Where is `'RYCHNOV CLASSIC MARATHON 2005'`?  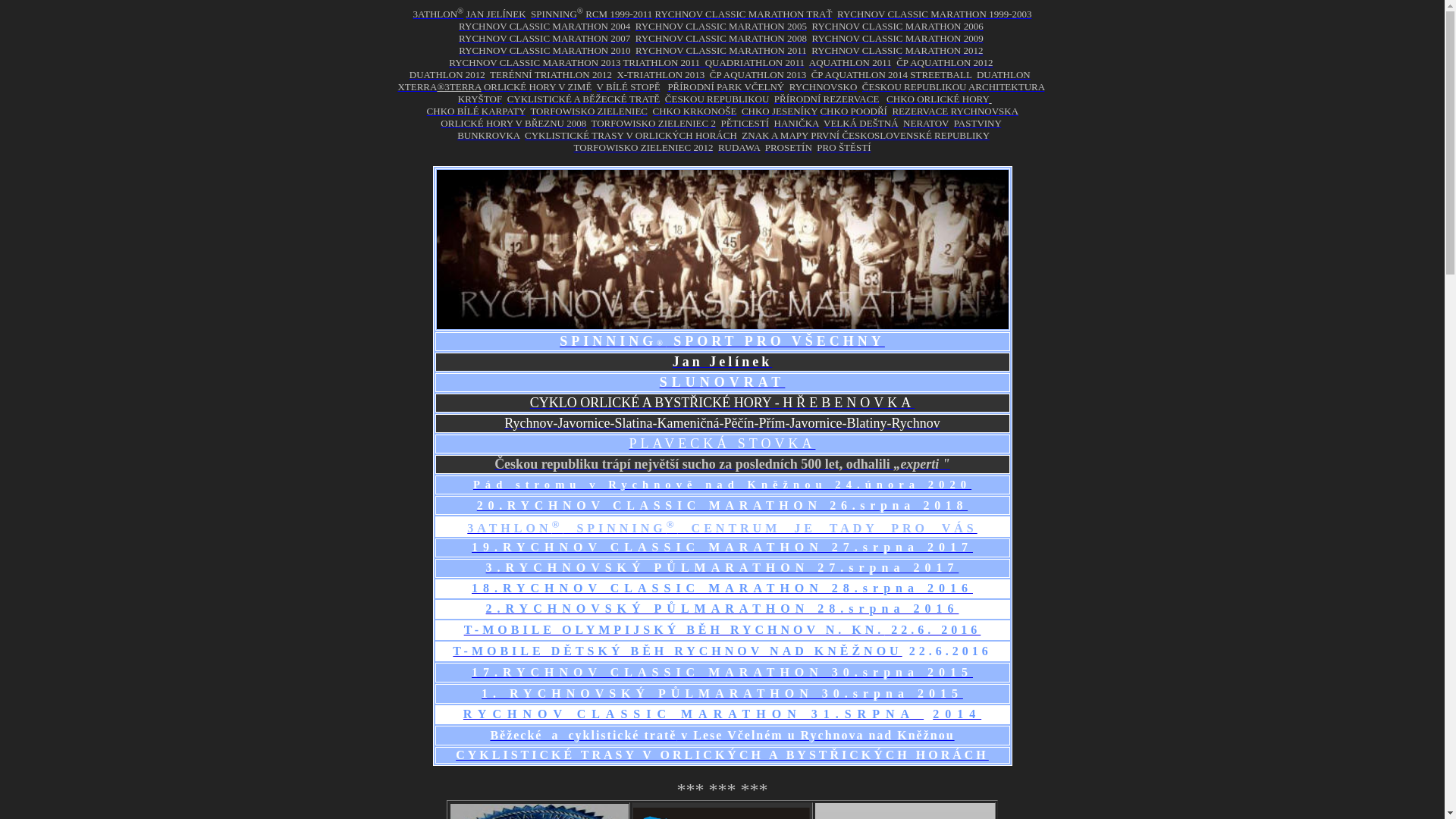
'RYCHNOV CLASSIC MARATHON 2005' is located at coordinates (720, 26).